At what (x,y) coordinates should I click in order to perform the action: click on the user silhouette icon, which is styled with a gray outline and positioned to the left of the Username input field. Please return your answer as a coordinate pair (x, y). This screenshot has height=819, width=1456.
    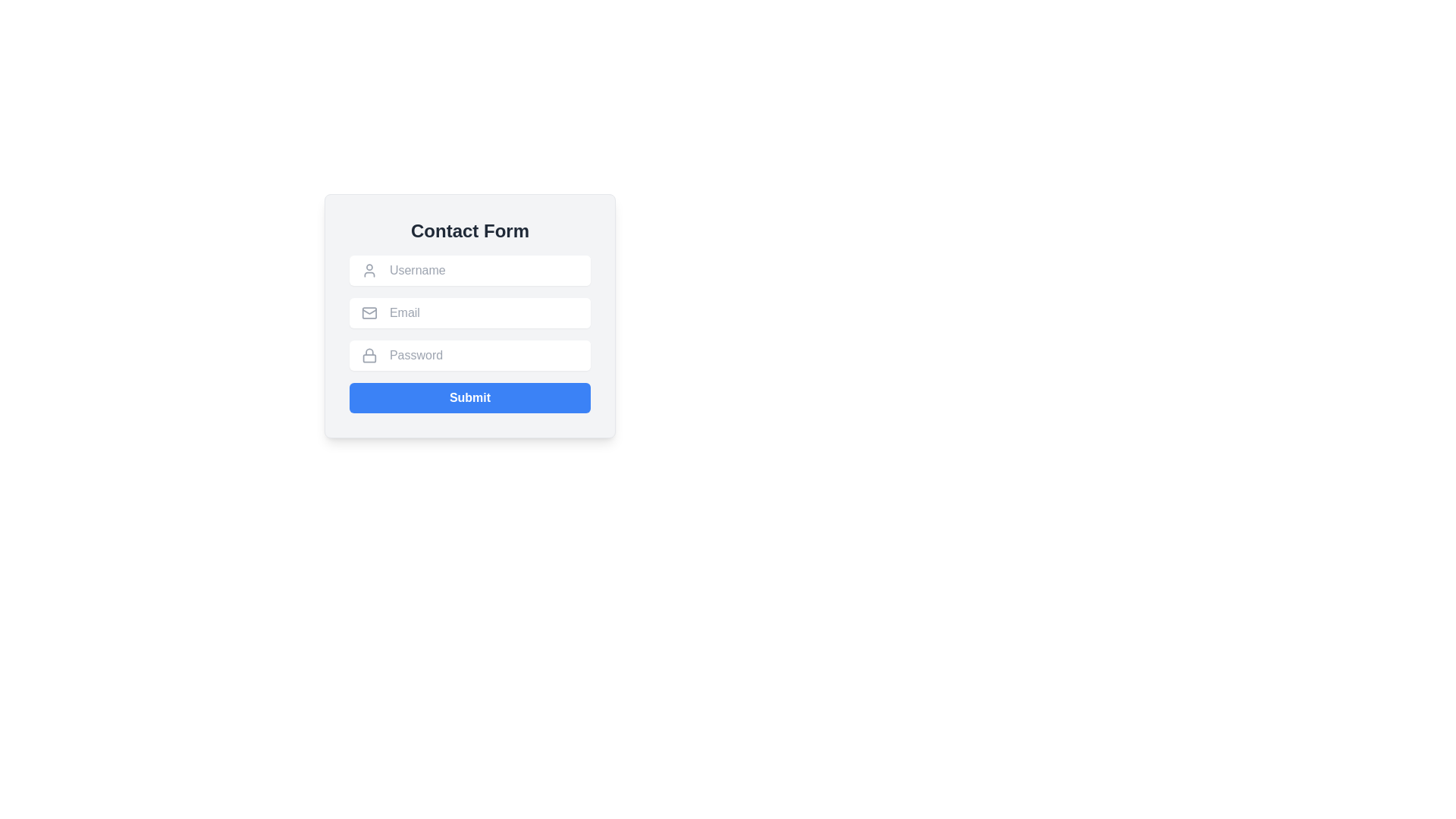
    Looking at the image, I should click on (369, 270).